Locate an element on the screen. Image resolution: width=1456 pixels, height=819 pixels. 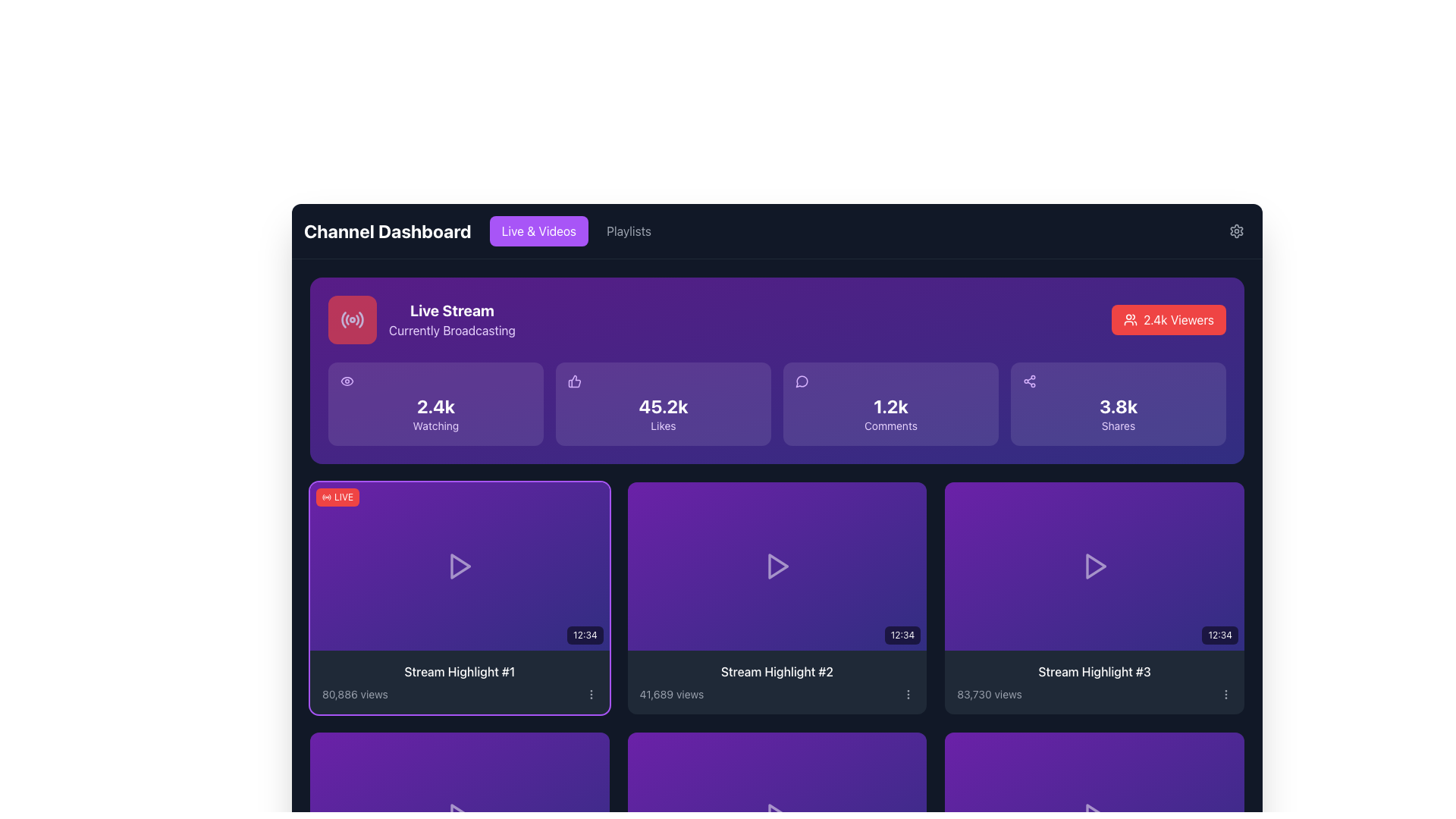
the text label that clarifies the metric representing the number of comments ('1.2k'), which is positioned below the speech bubble icon and part of a group of cards showing various metrics is located at coordinates (891, 426).